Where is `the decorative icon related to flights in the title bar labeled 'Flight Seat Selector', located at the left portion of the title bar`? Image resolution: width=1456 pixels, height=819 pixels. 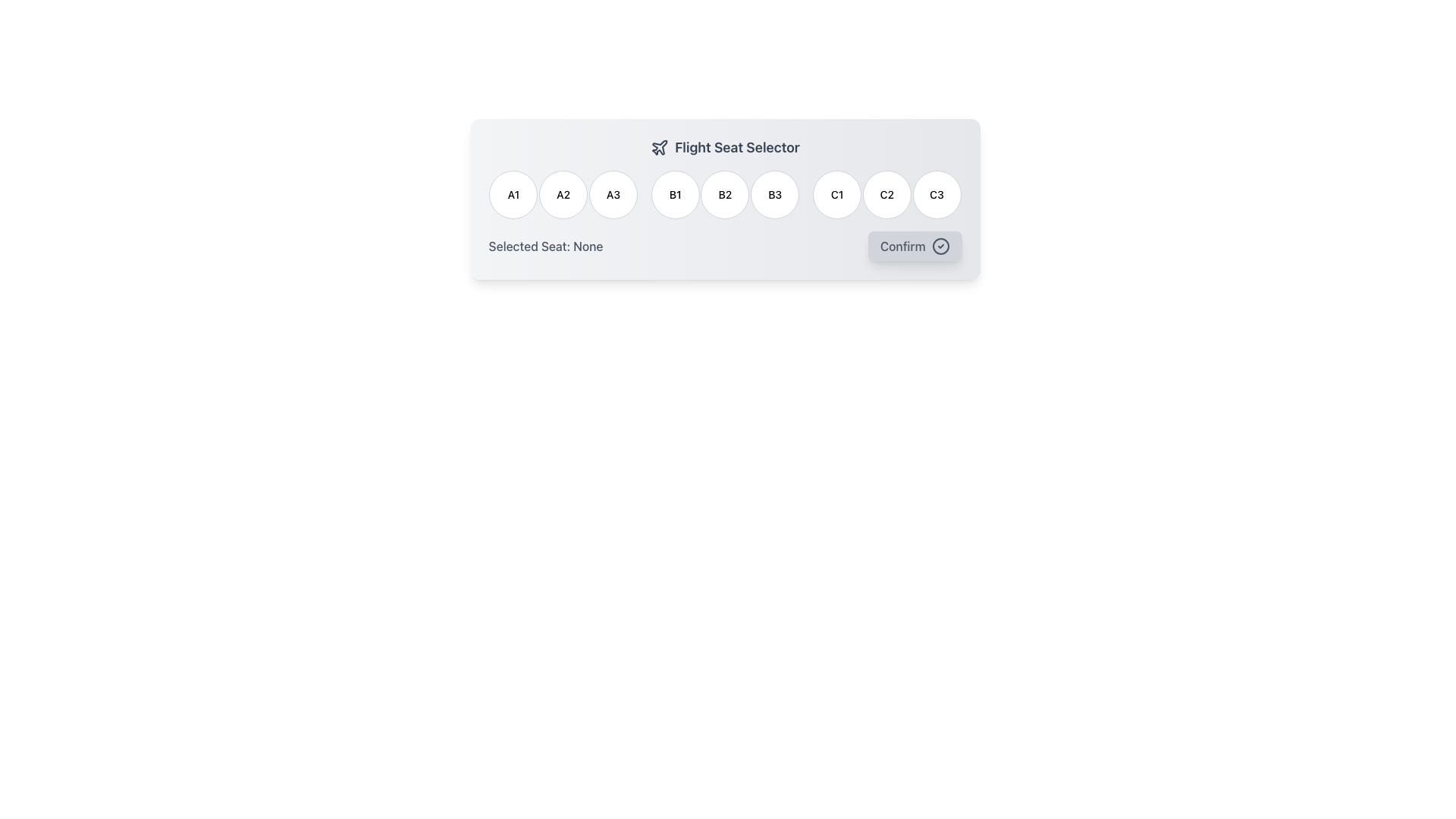
the decorative icon related to flights in the title bar labeled 'Flight Seat Selector', located at the left portion of the title bar is located at coordinates (660, 148).